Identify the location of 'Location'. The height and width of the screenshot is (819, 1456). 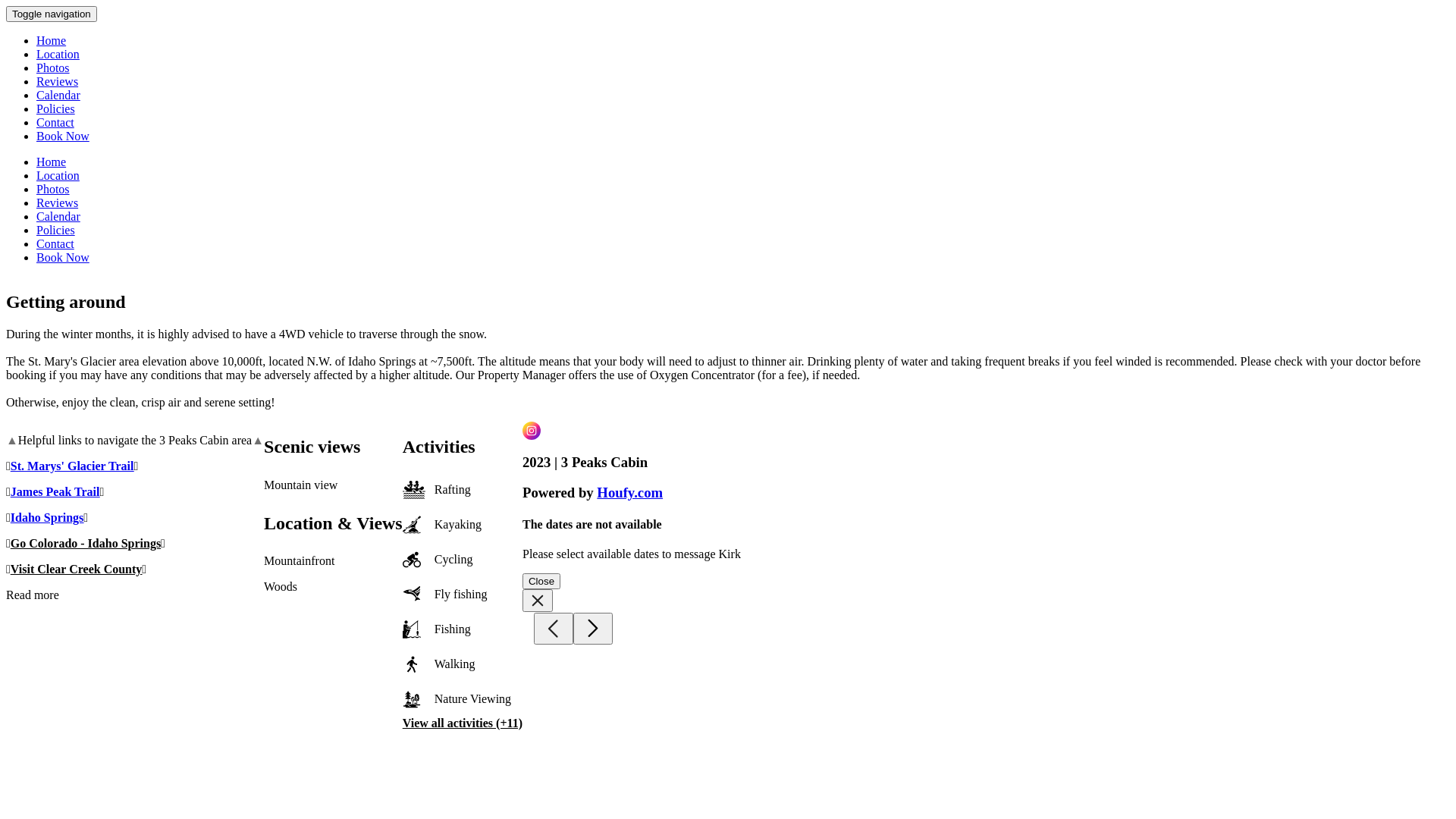
(58, 174).